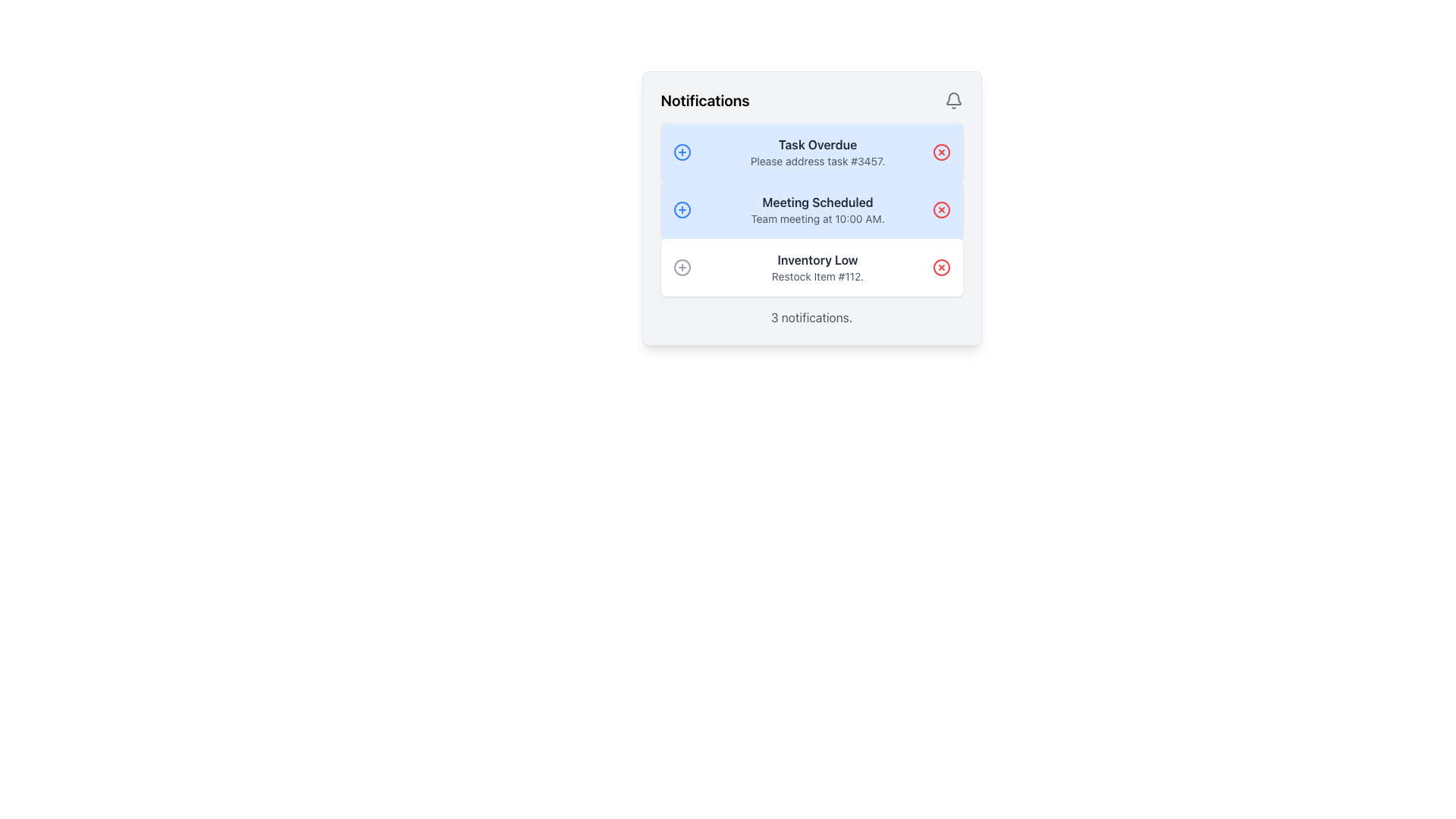 This screenshot has height=819, width=1456. I want to click on the text block that informs the user about a scheduled meeting, positioned as the second notification in the Notifications panel, so click(817, 210).